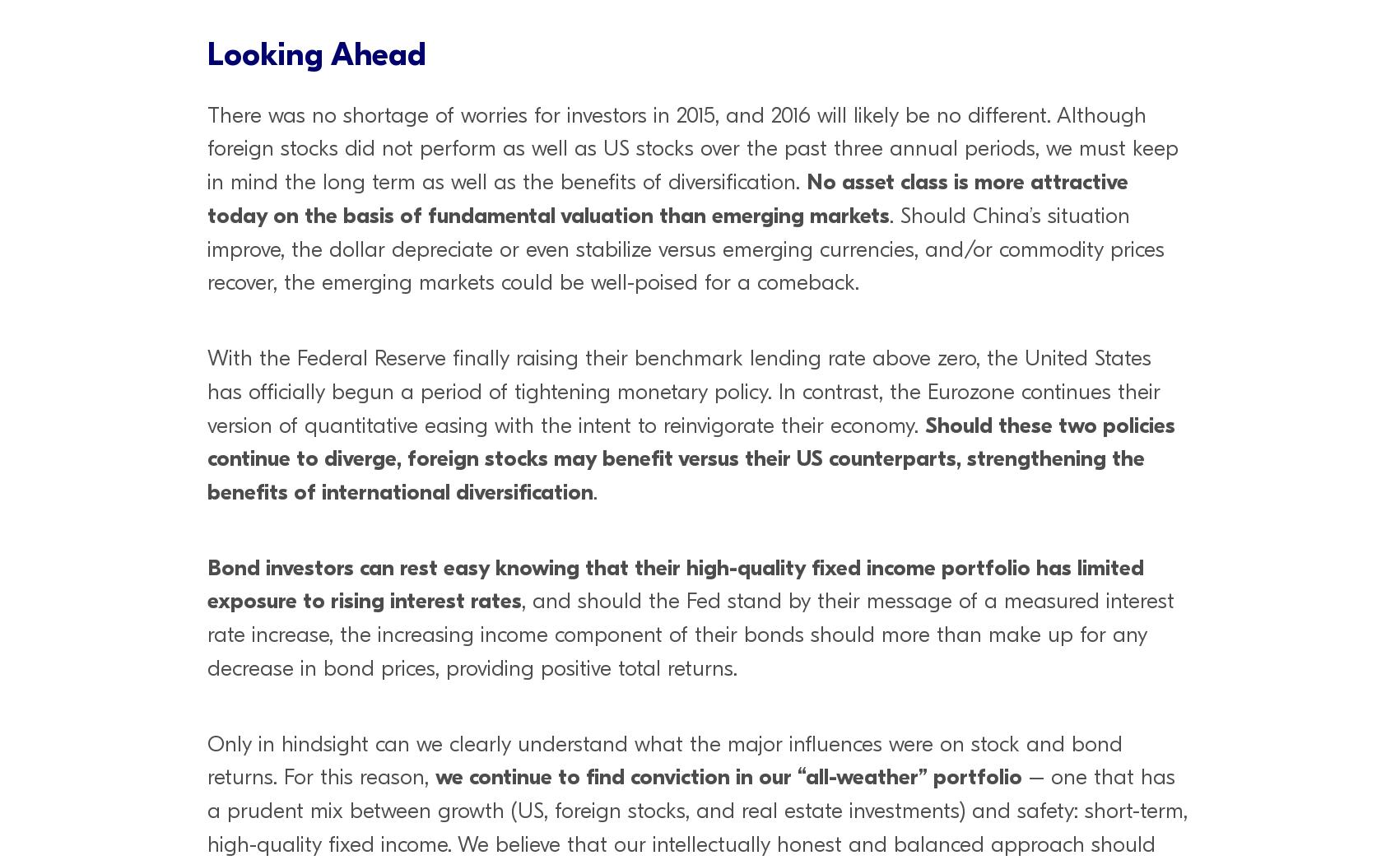  Describe the element at coordinates (691, 458) in the screenshot. I see `'Should these two policies continue to diverge, foreign stocks may benefit versus their US counterparts, strengthening the benefits of international diversification'` at that location.